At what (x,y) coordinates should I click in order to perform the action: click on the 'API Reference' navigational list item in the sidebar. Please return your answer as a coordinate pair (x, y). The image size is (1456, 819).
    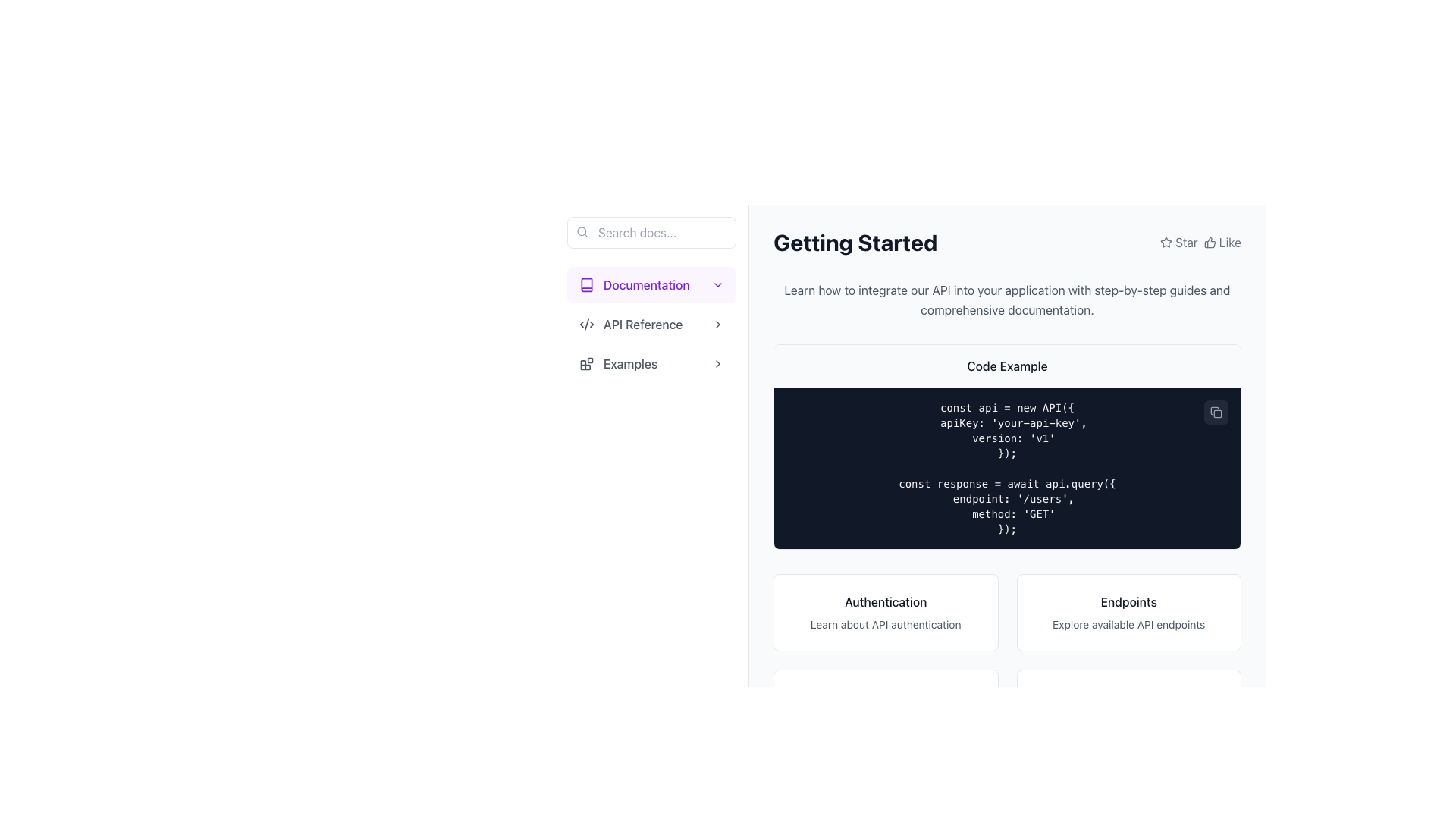
    Looking at the image, I should click on (651, 324).